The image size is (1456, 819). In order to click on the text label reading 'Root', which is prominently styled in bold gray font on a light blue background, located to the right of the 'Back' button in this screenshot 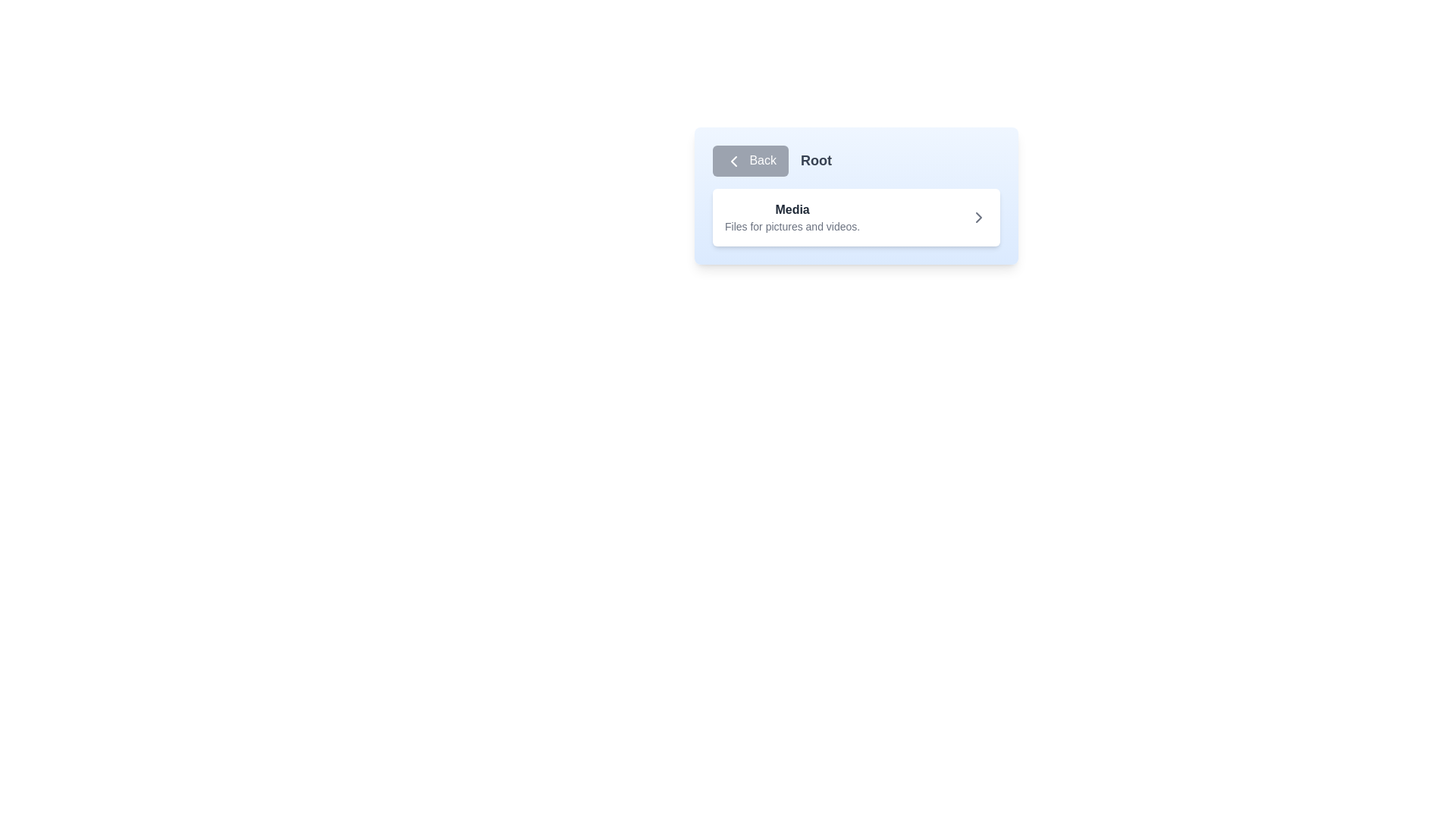, I will do `click(815, 161)`.